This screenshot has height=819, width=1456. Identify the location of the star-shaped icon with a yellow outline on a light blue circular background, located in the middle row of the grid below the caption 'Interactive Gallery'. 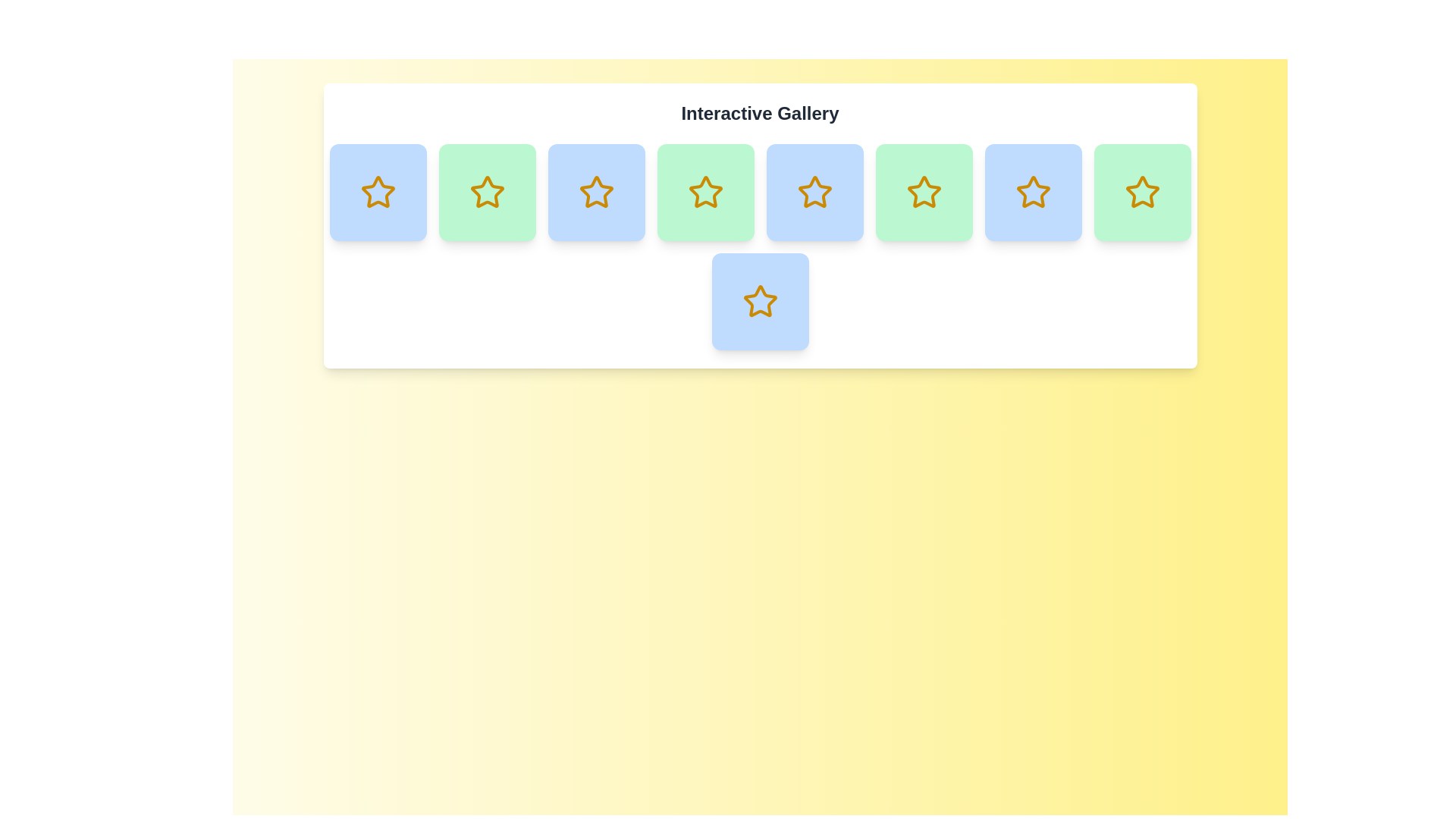
(760, 301).